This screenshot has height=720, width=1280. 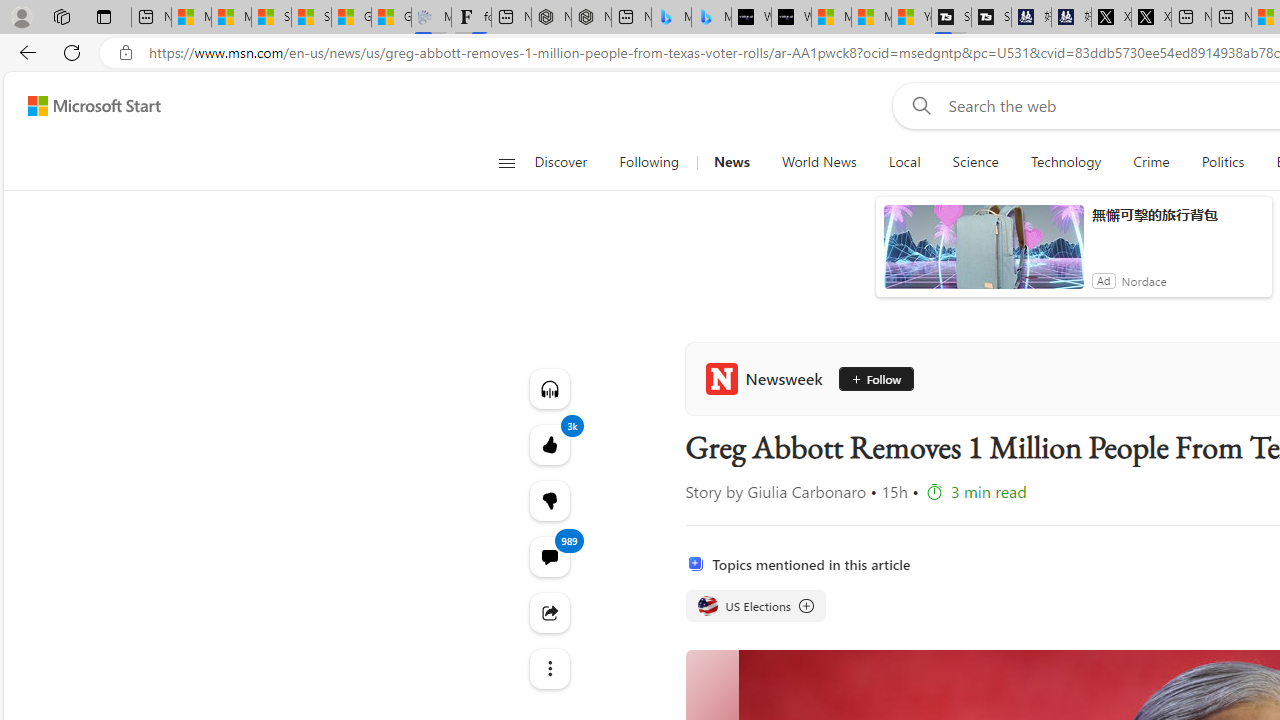 I want to click on 'Share this story', so click(x=549, y=612).